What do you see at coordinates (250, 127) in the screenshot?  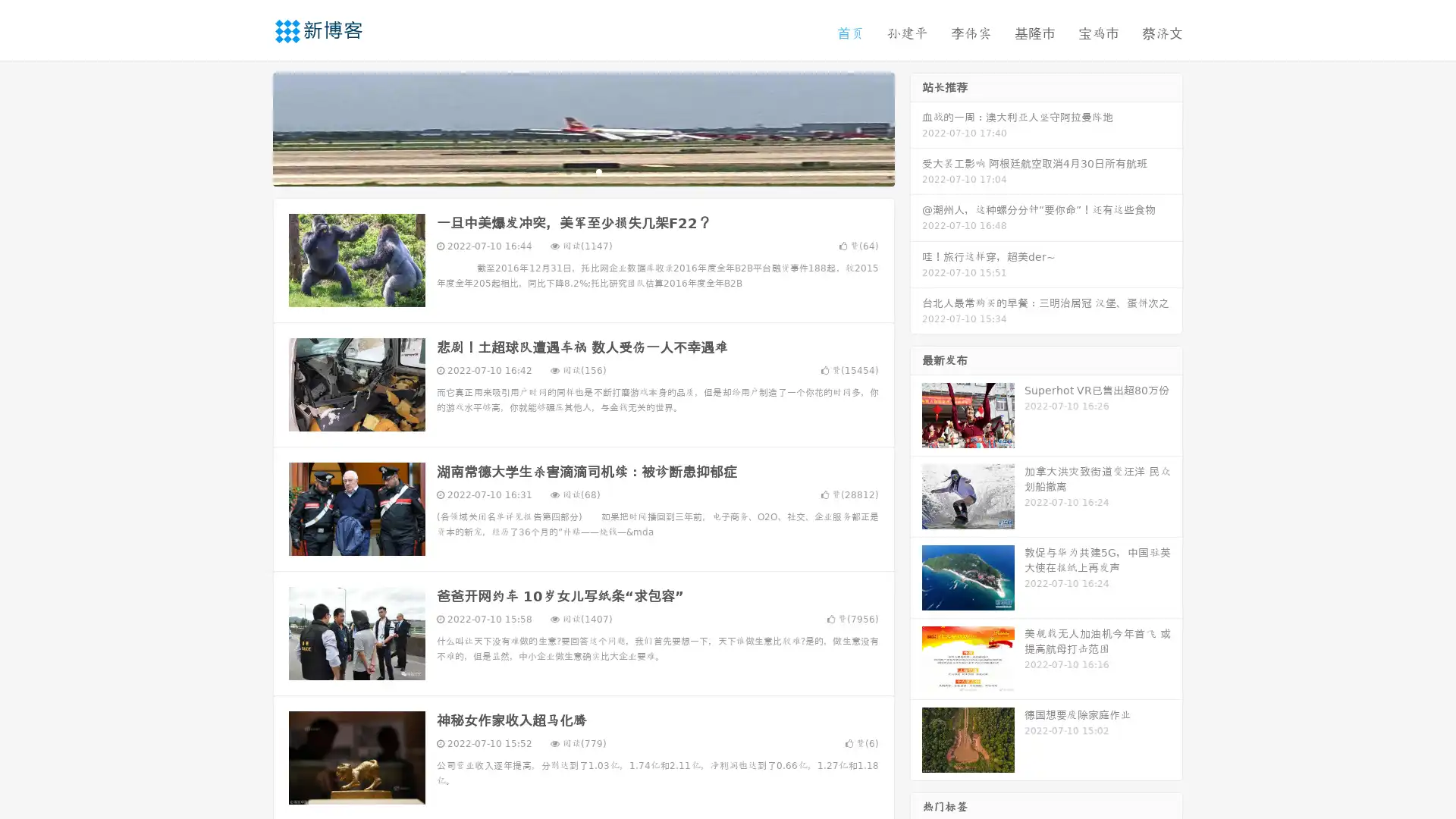 I see `Previous slide` at bounding box center [250, 127].